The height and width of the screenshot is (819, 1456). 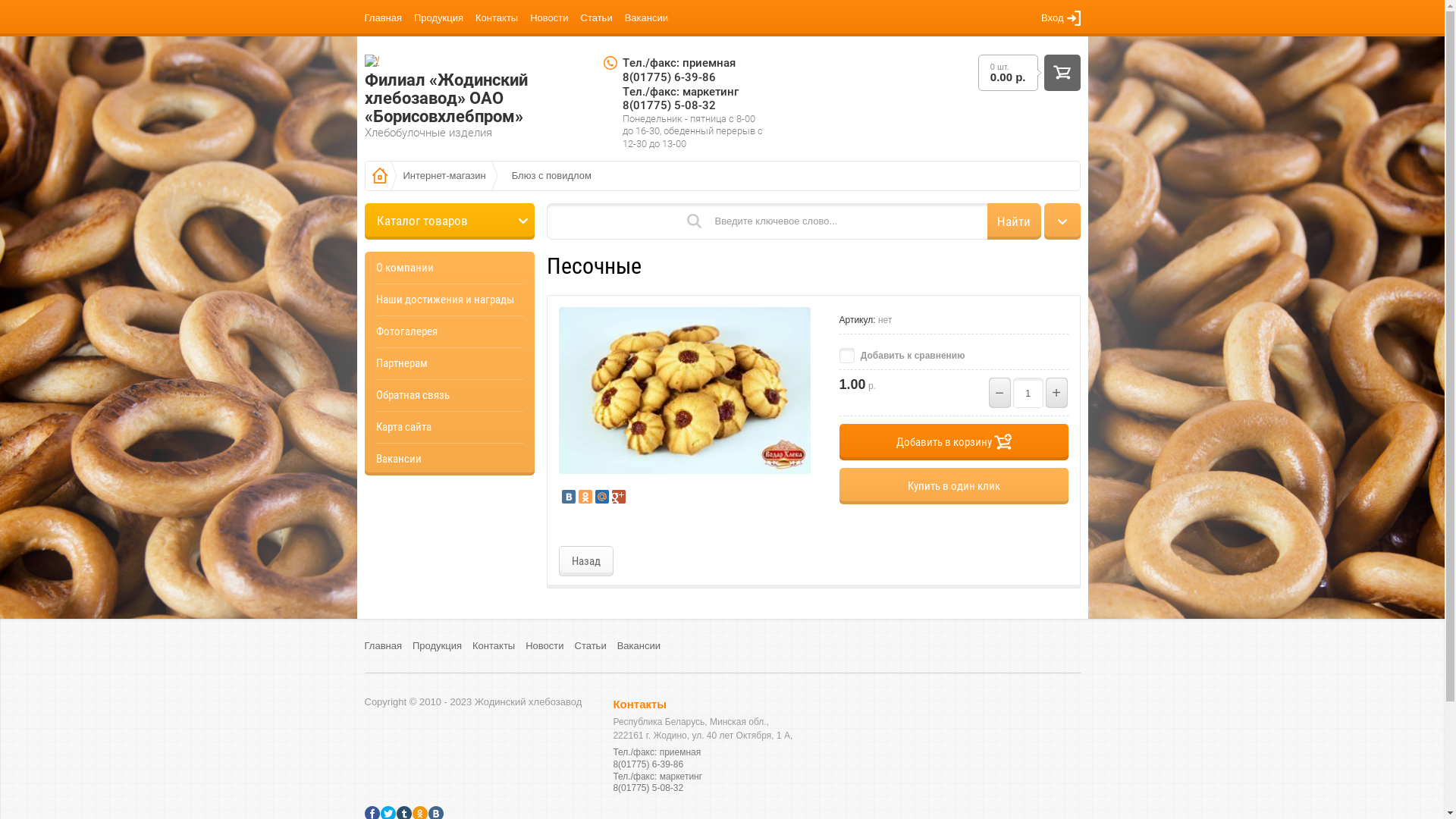 What do you see at coordinates (648, 764) in the screenshot?
I see `'8(01775) 6-39-86'` at bounding box center [648, 764].